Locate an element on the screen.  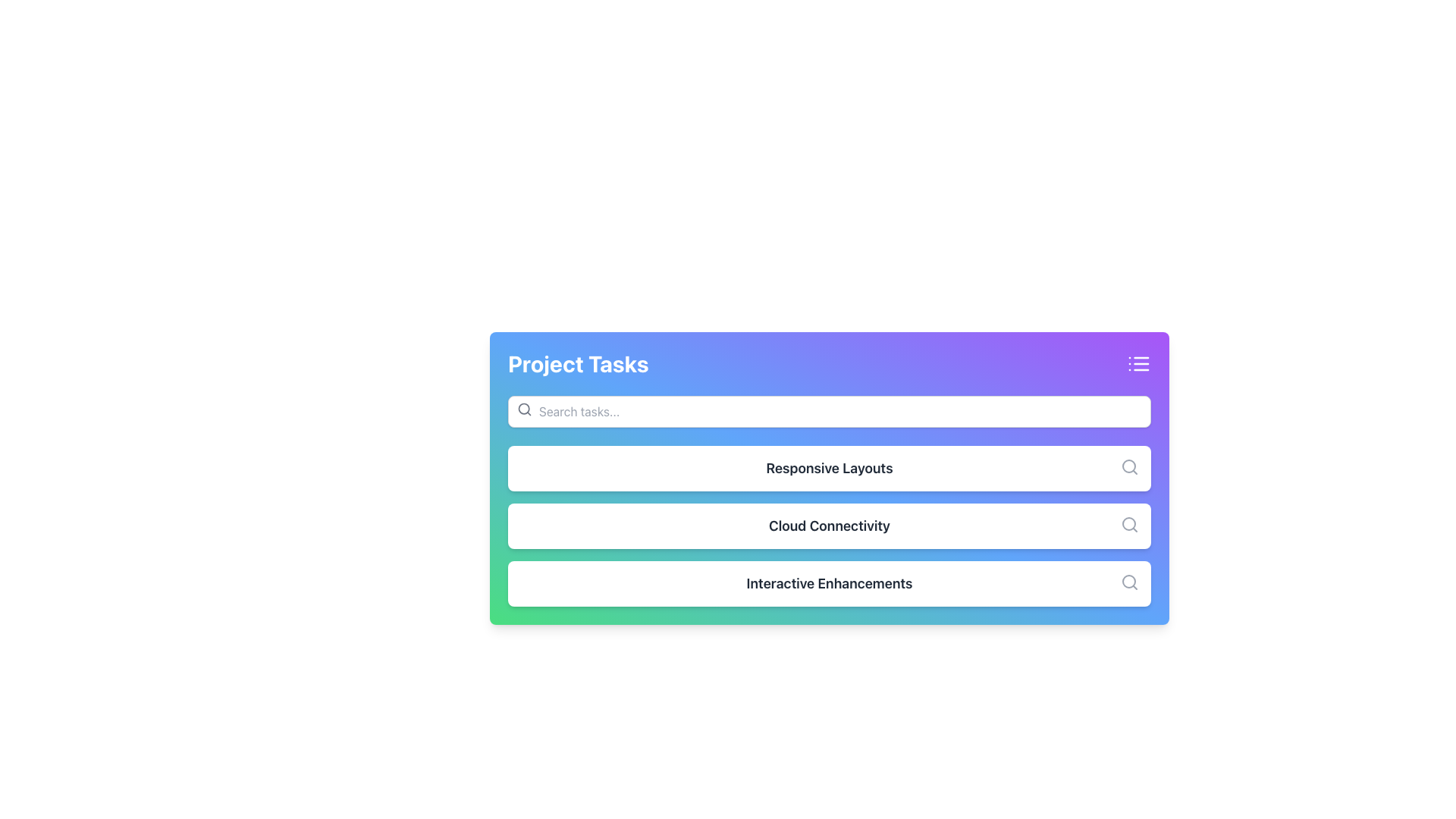
the circular magnifying glass icon located at the top-right corner of the 'Responsive Layouts' card is located at coordinates (1129, 466).